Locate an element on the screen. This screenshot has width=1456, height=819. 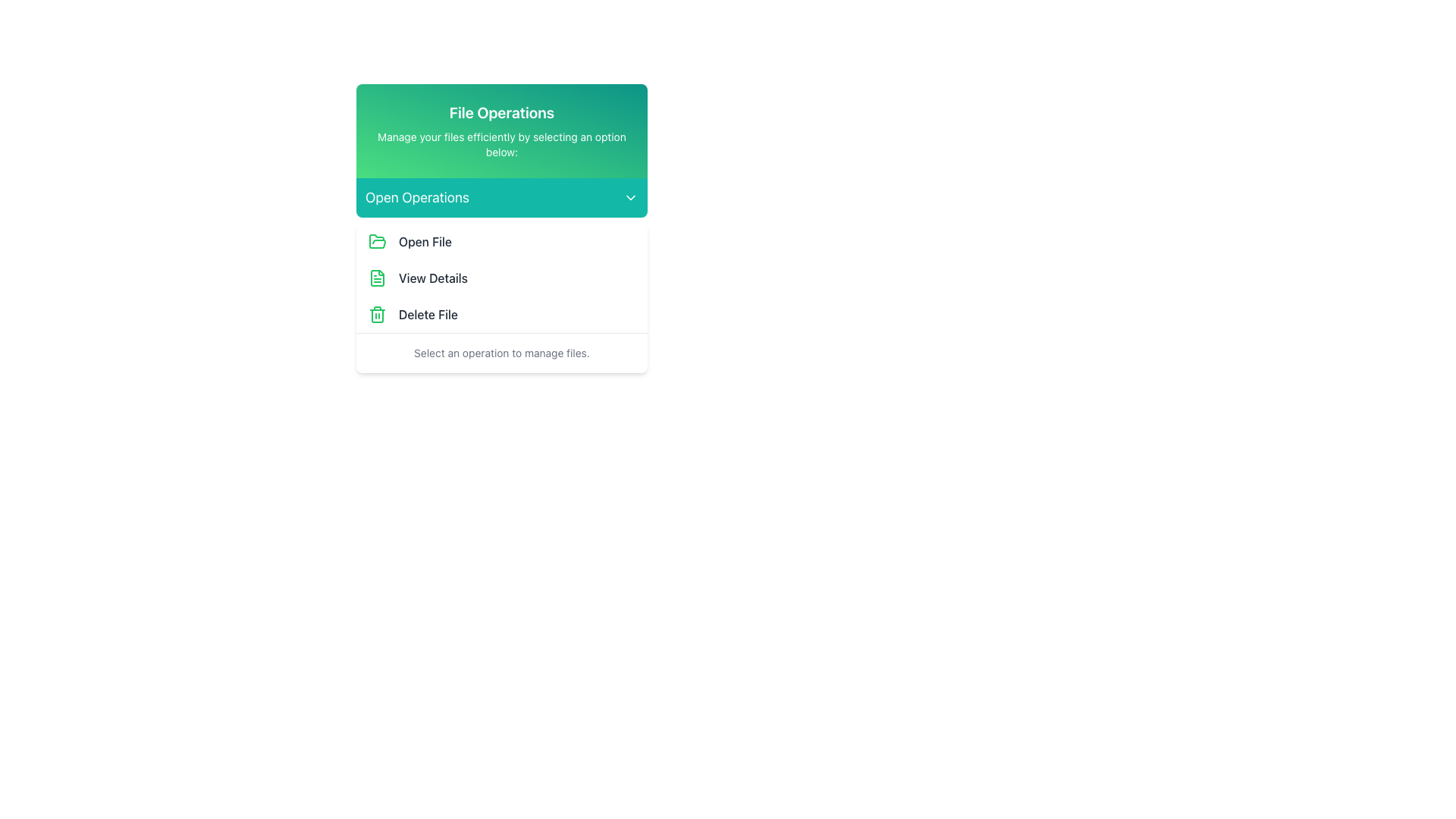
the delete option button located within the 'File Operations' card, which is the third item in the vertical list below 'View Details' to initiate the deletion process for a specific file is located at coordinates (502, 314).